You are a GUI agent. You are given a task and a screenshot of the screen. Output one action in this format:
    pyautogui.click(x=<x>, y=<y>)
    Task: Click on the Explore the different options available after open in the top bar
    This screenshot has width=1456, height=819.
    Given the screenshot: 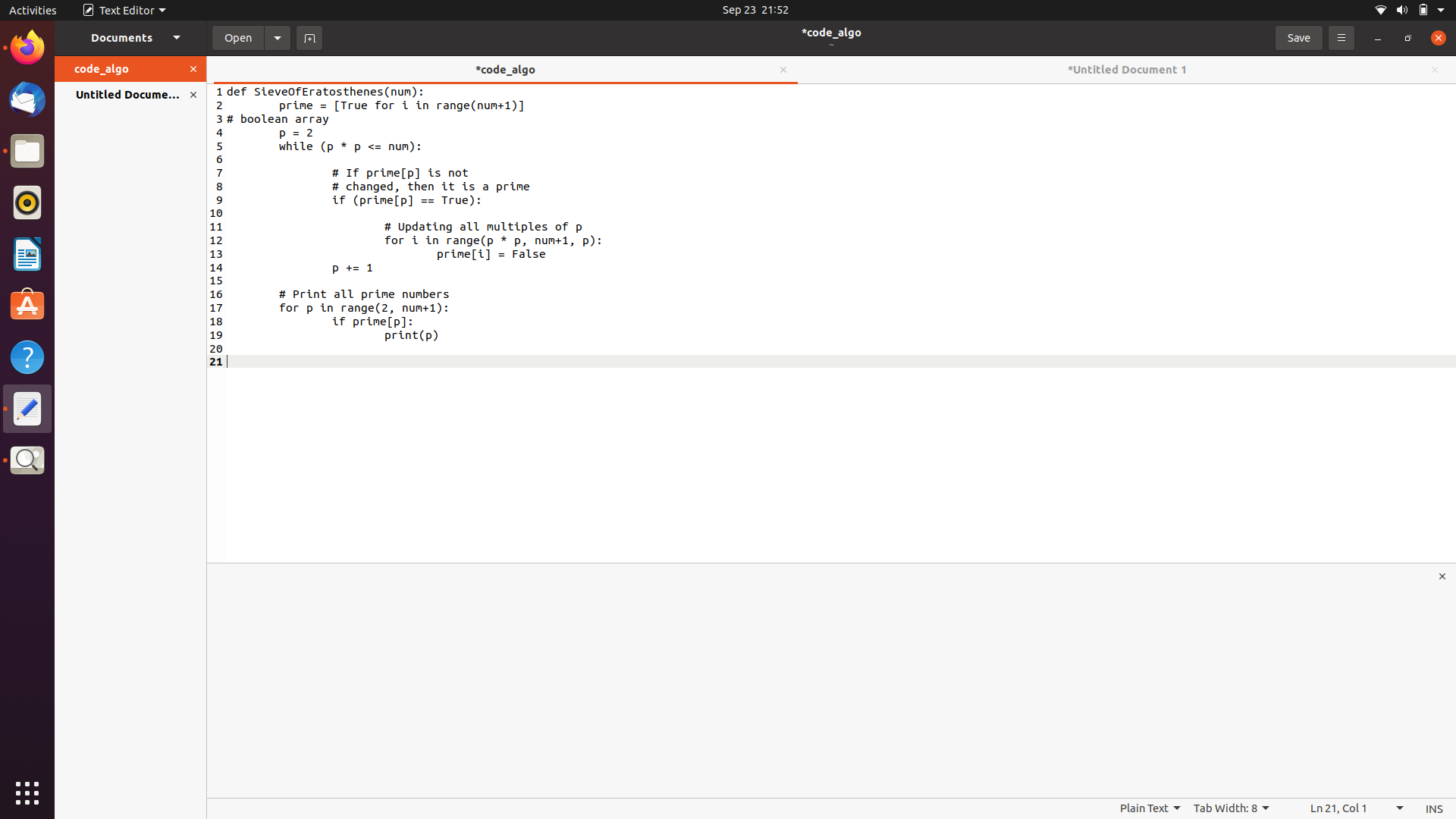 What is the action you would take?
    pyautogui.click(x=278, y=36)
    